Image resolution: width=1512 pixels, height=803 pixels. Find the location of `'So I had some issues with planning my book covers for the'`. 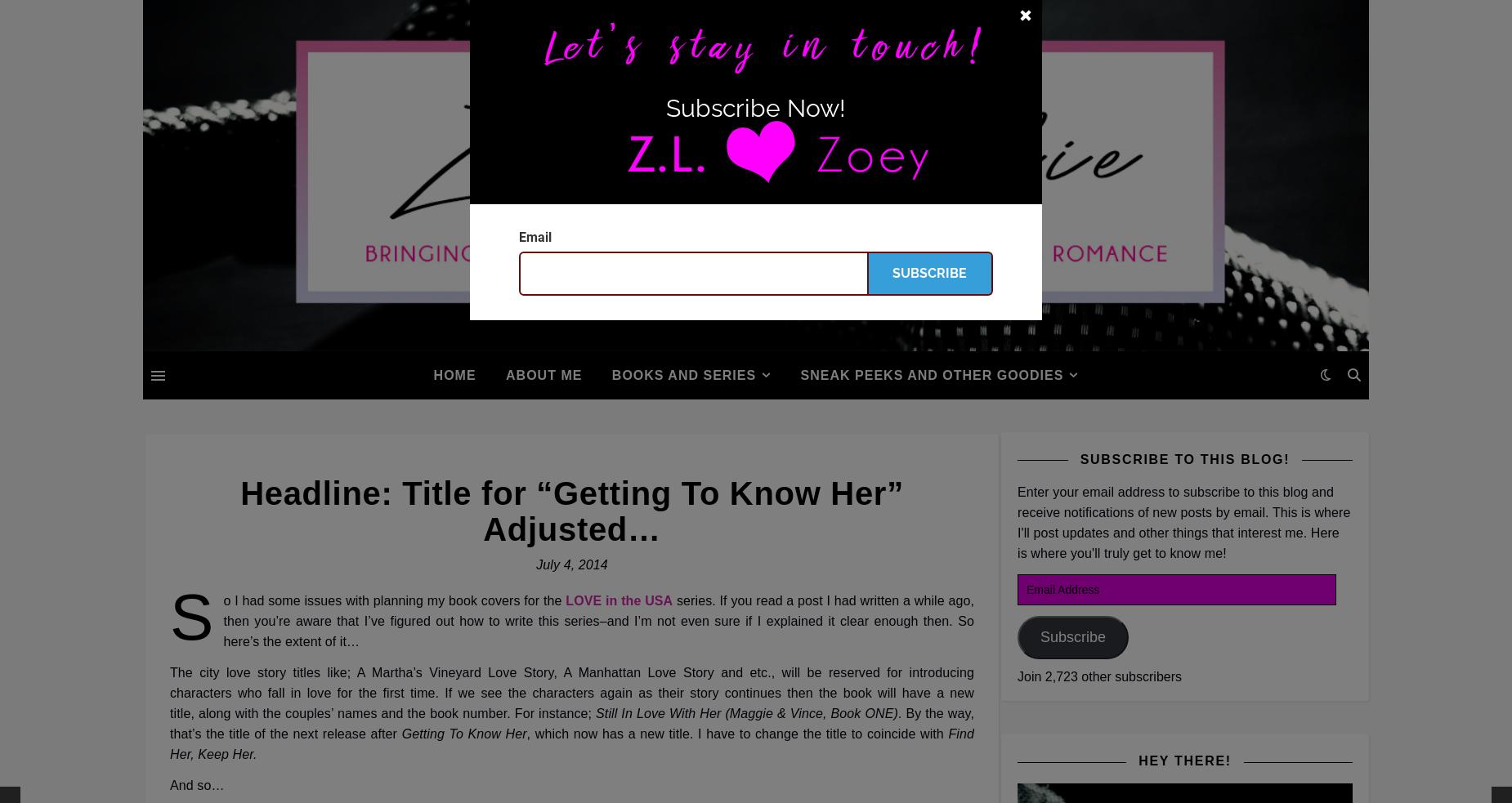

'So I had some issues with planning my book covers for the' is located at coordinates (168, 616).